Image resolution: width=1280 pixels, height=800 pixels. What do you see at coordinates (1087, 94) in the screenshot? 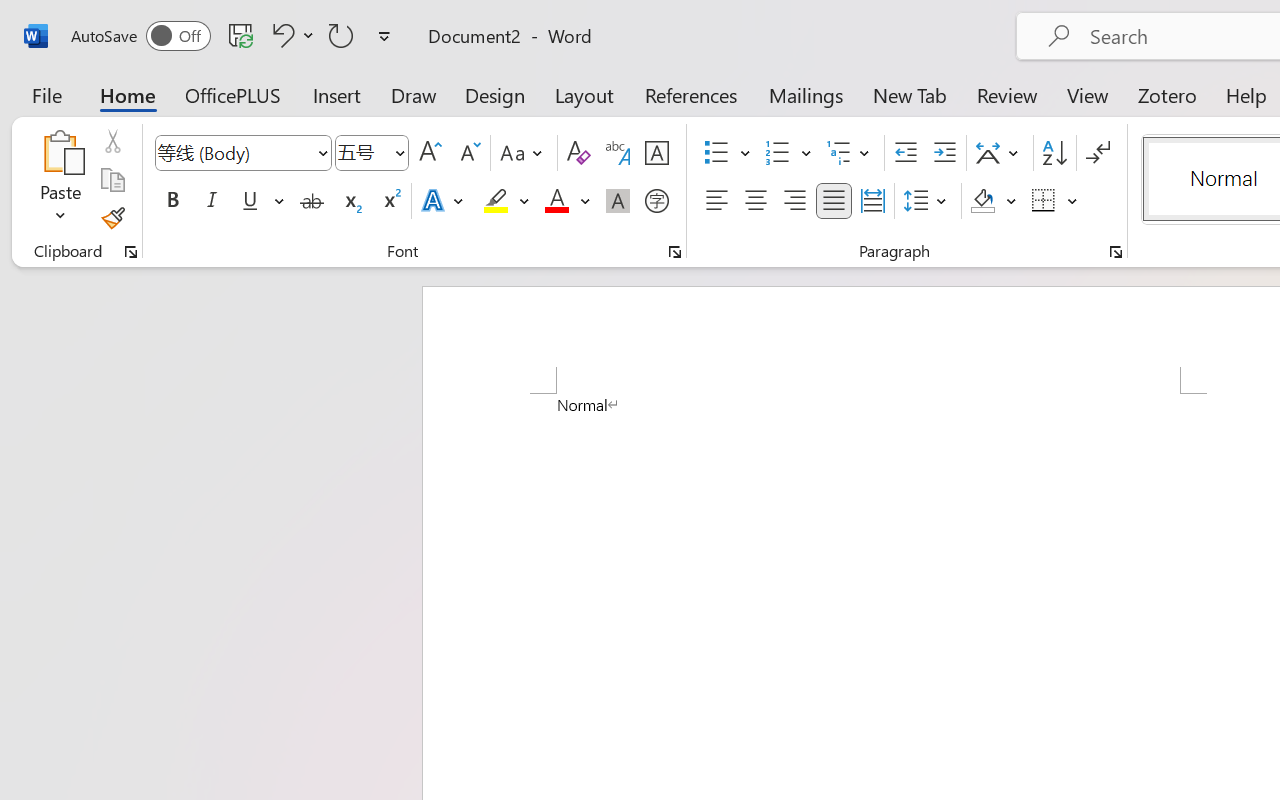
I see `'View'` at bounding box center [1087, 94].